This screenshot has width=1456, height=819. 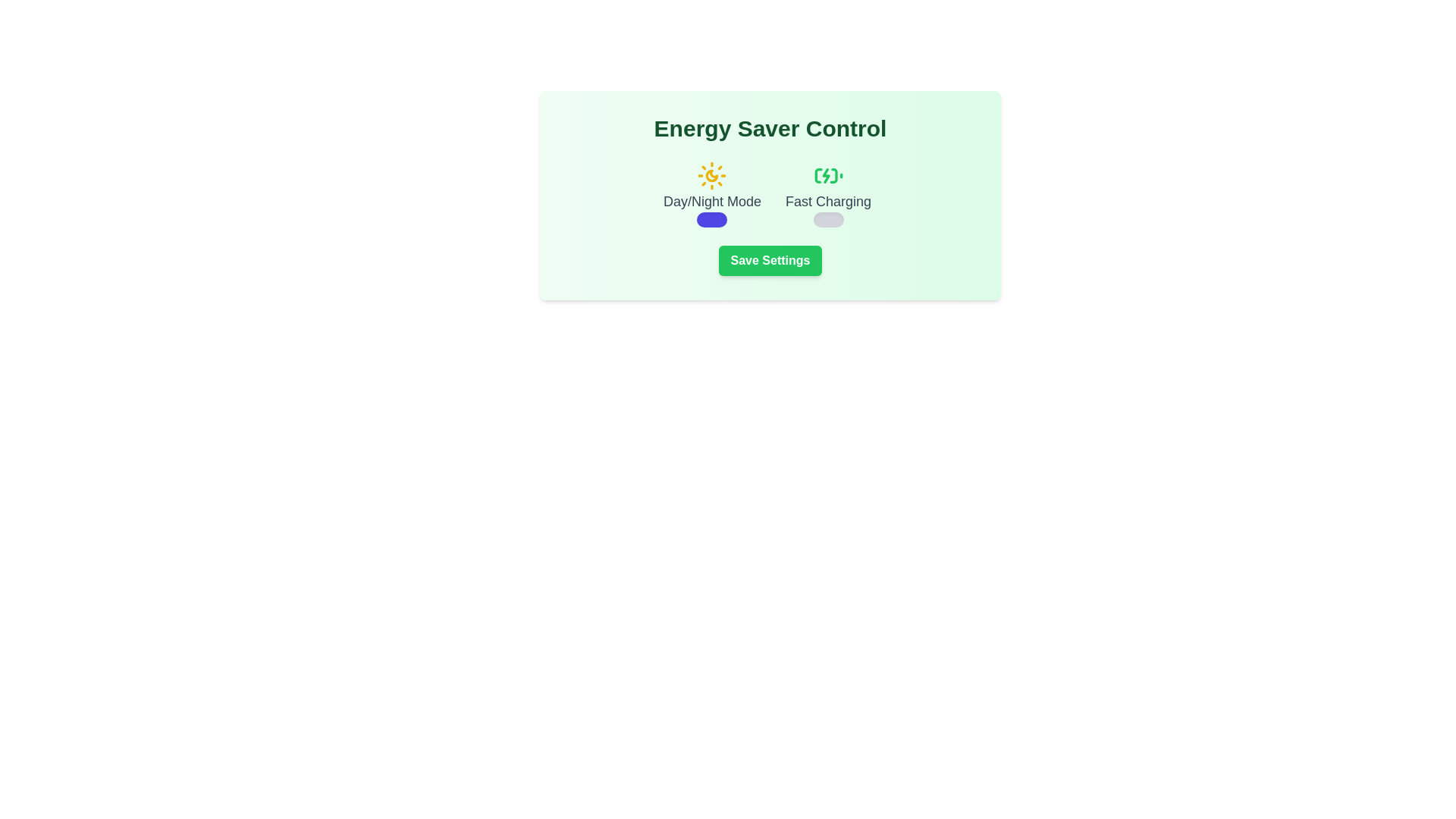 What do you see at coordinates (770, 259) in the screenshot?
I see `the 'Save Settings' button` at bounding box center [770, 259].